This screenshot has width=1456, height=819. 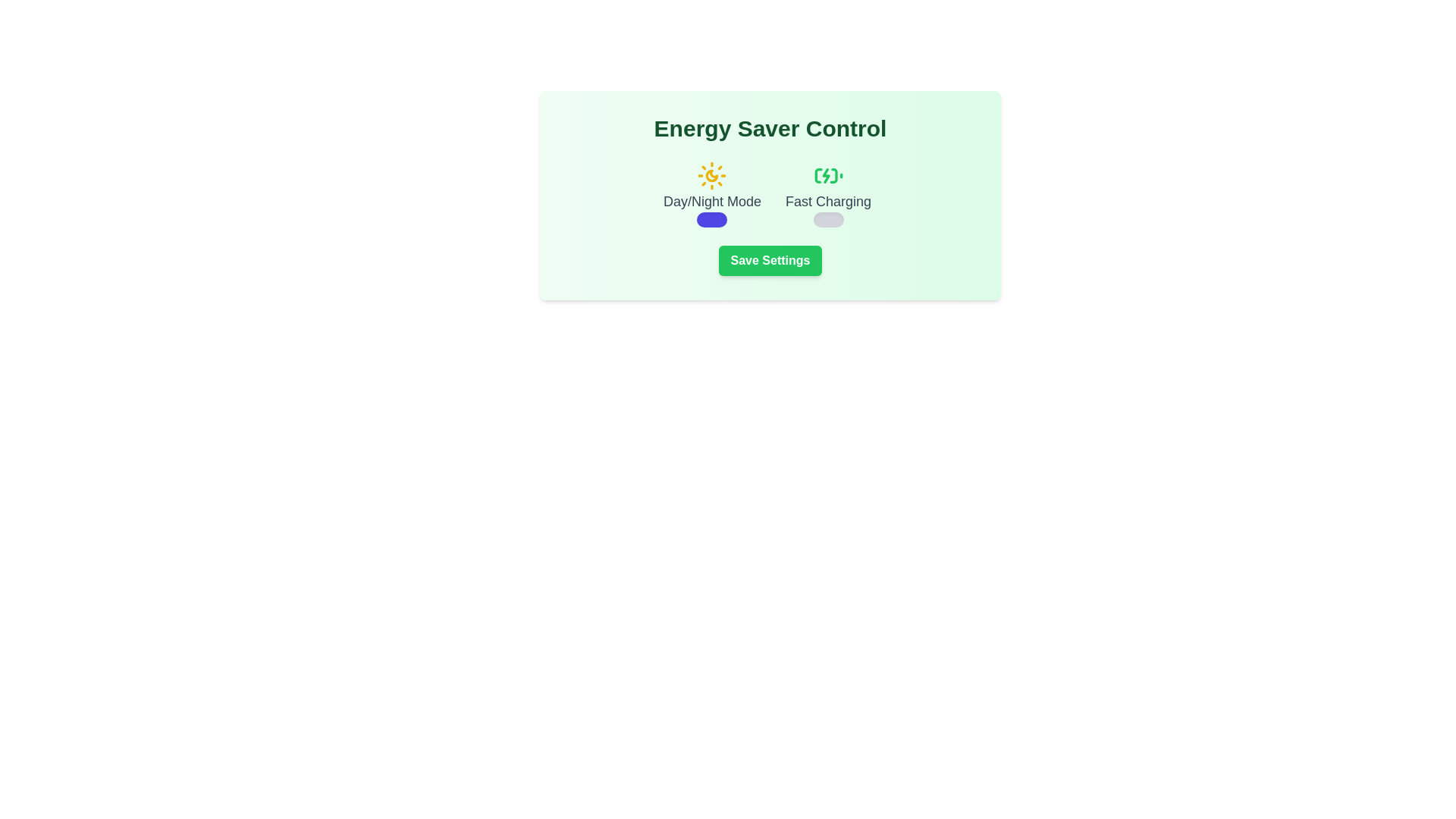 What do you see at coordinates (770, 259) in the screenshot?
I see `the 'Save Settings' button` at bounding box center [770, 259].